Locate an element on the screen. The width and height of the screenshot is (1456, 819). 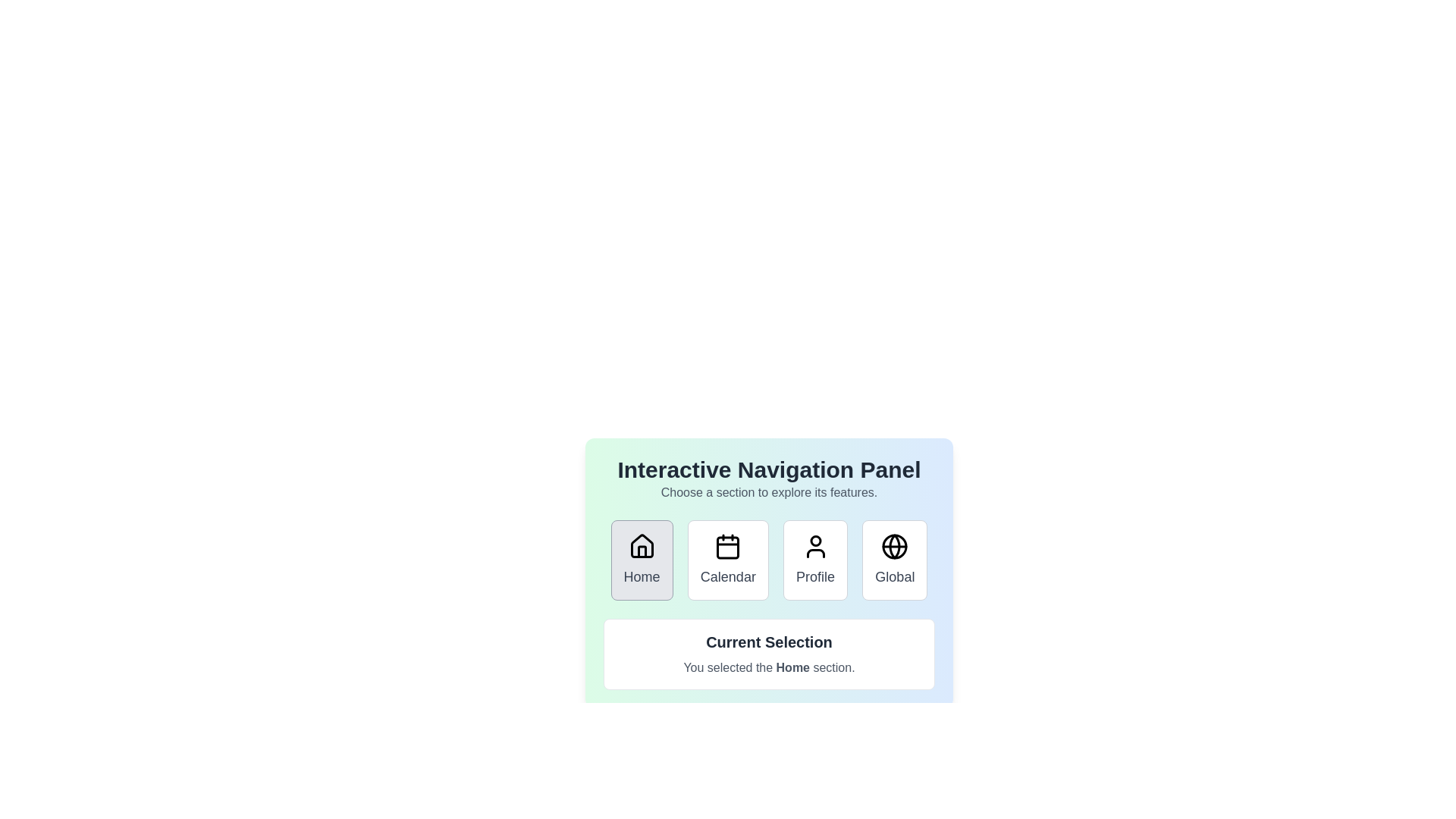
SVG properties of the house silhouette element located within the 'Home' button of the navigation panel is located at coordinates (642, 546).